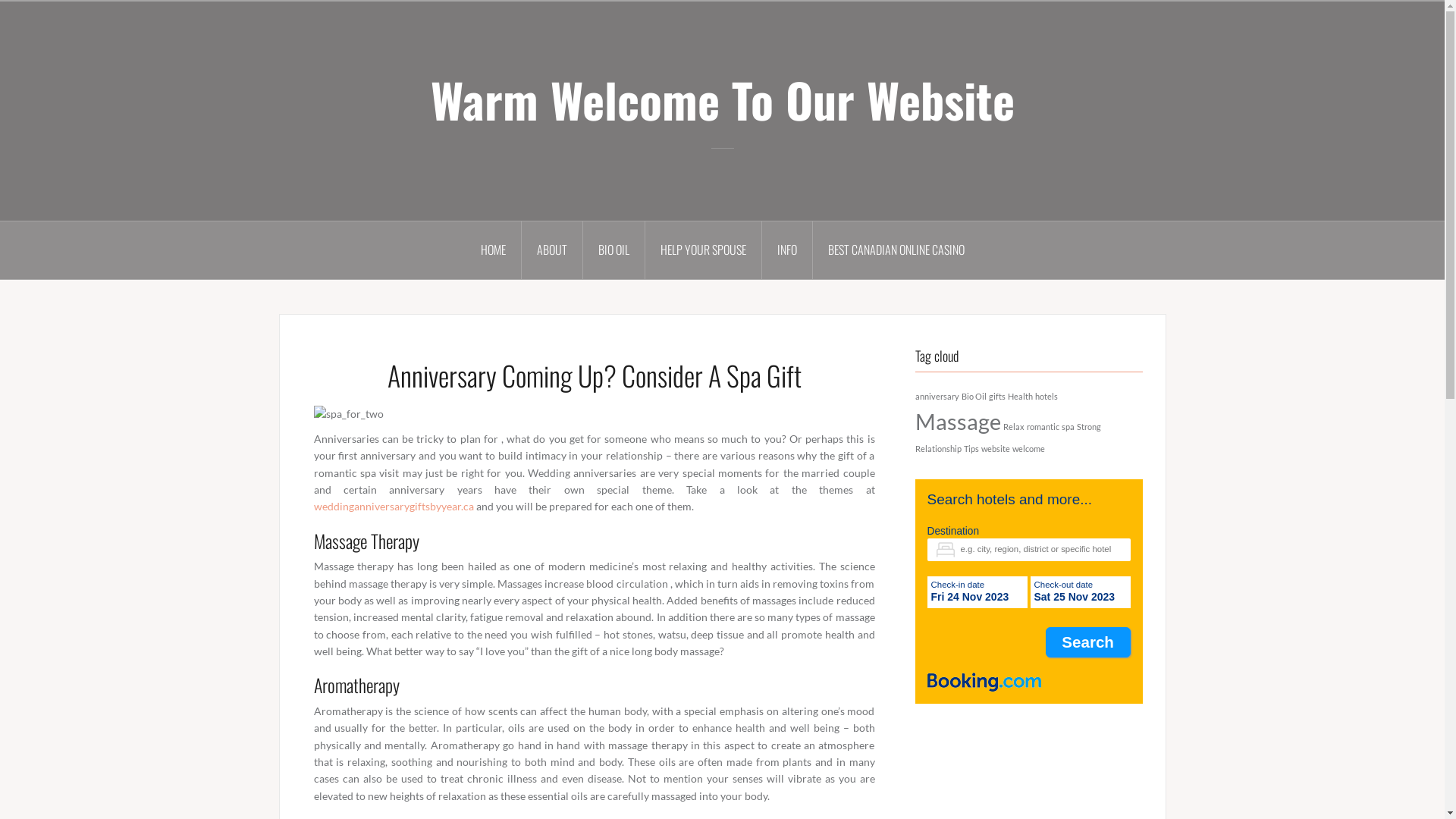 The image size is (1456, 819). What do you see at coordinates (1067, 426) in the screenshot?
I see `'spa'` at bounding box center [1067, 426].